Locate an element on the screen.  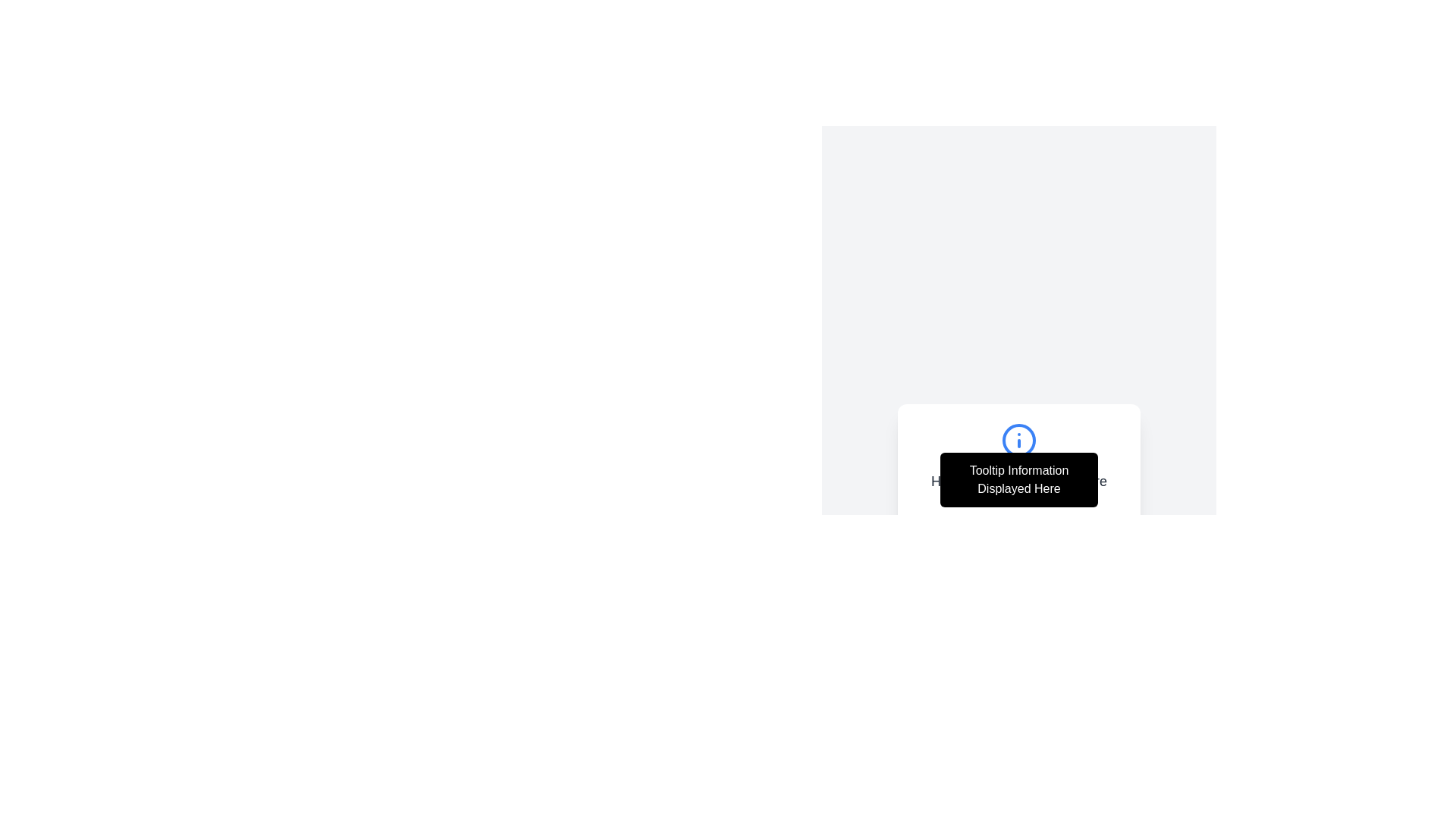
information provided by the tooltip that appears when hovering over the 'Hover for Tooltip' button, located slightly above it is located at coordinates (1019, 479).